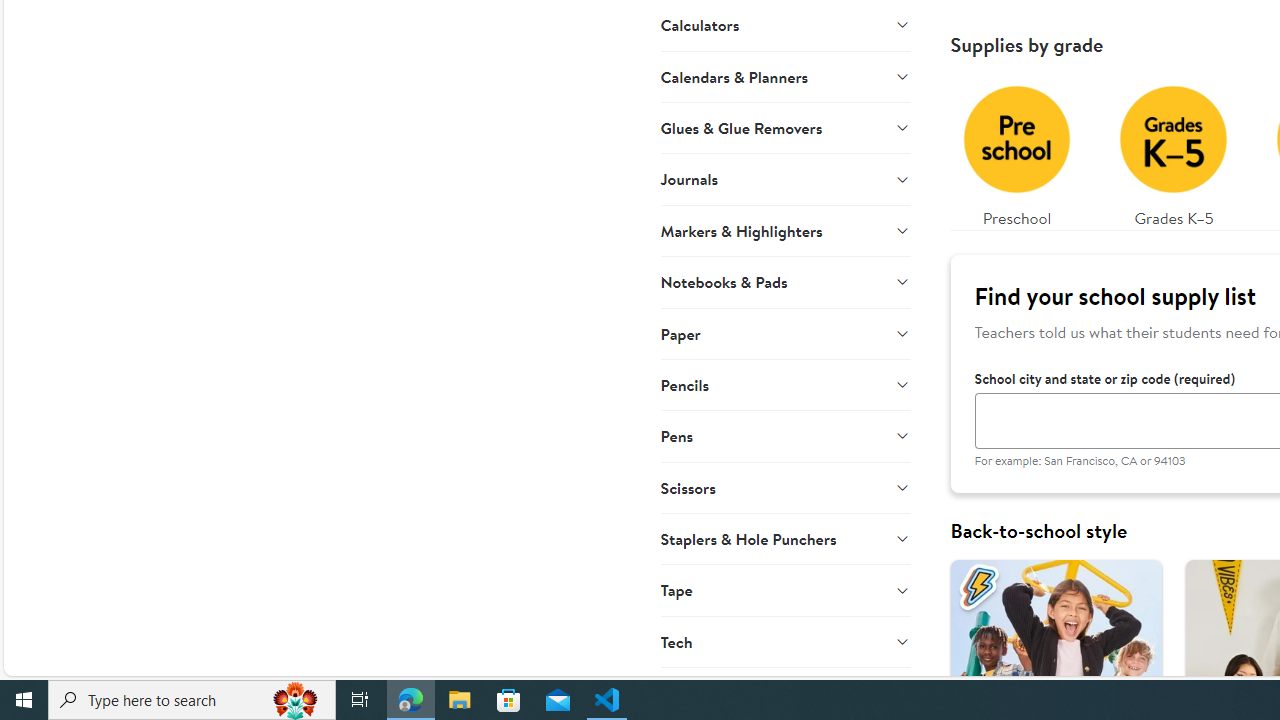  What do you see at coordinates (784, 434) in the screenshot?
I see `'Pens'` at bounding box center [784, 434].